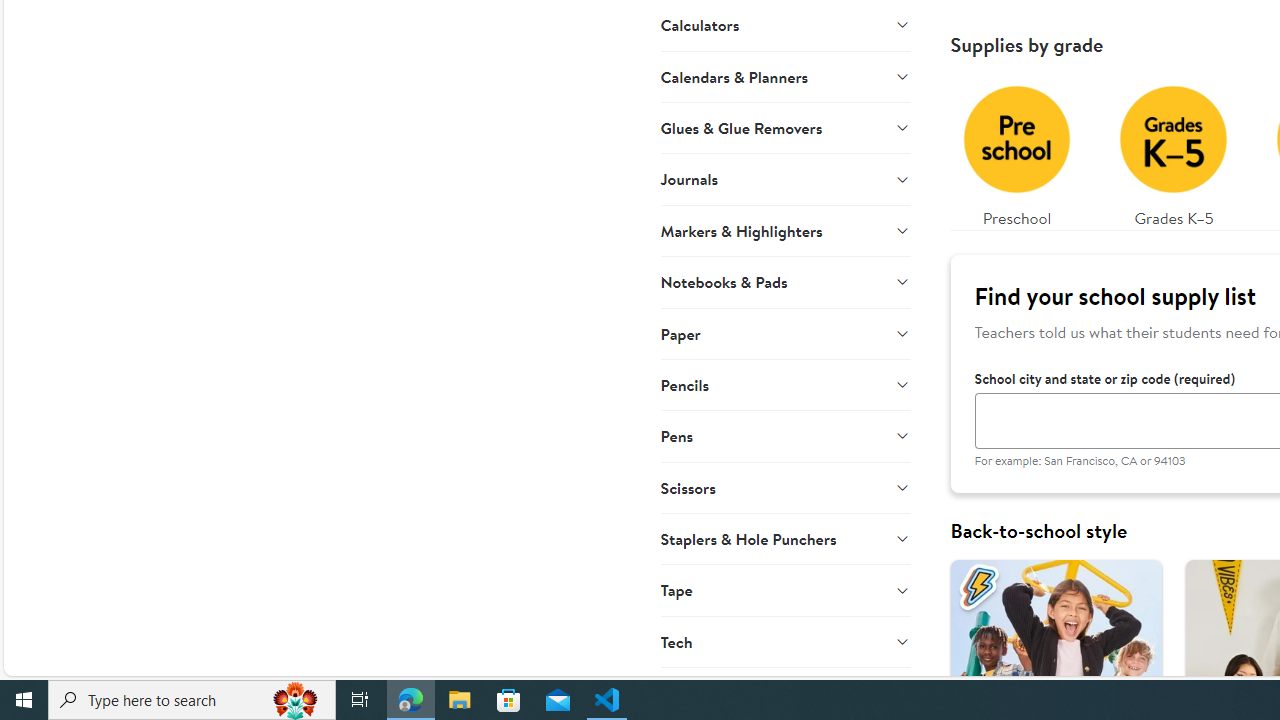  What do you see at coordinates (784, 434) in the screenshot?
I see `'Pens'` at bounding box center [784, 434].